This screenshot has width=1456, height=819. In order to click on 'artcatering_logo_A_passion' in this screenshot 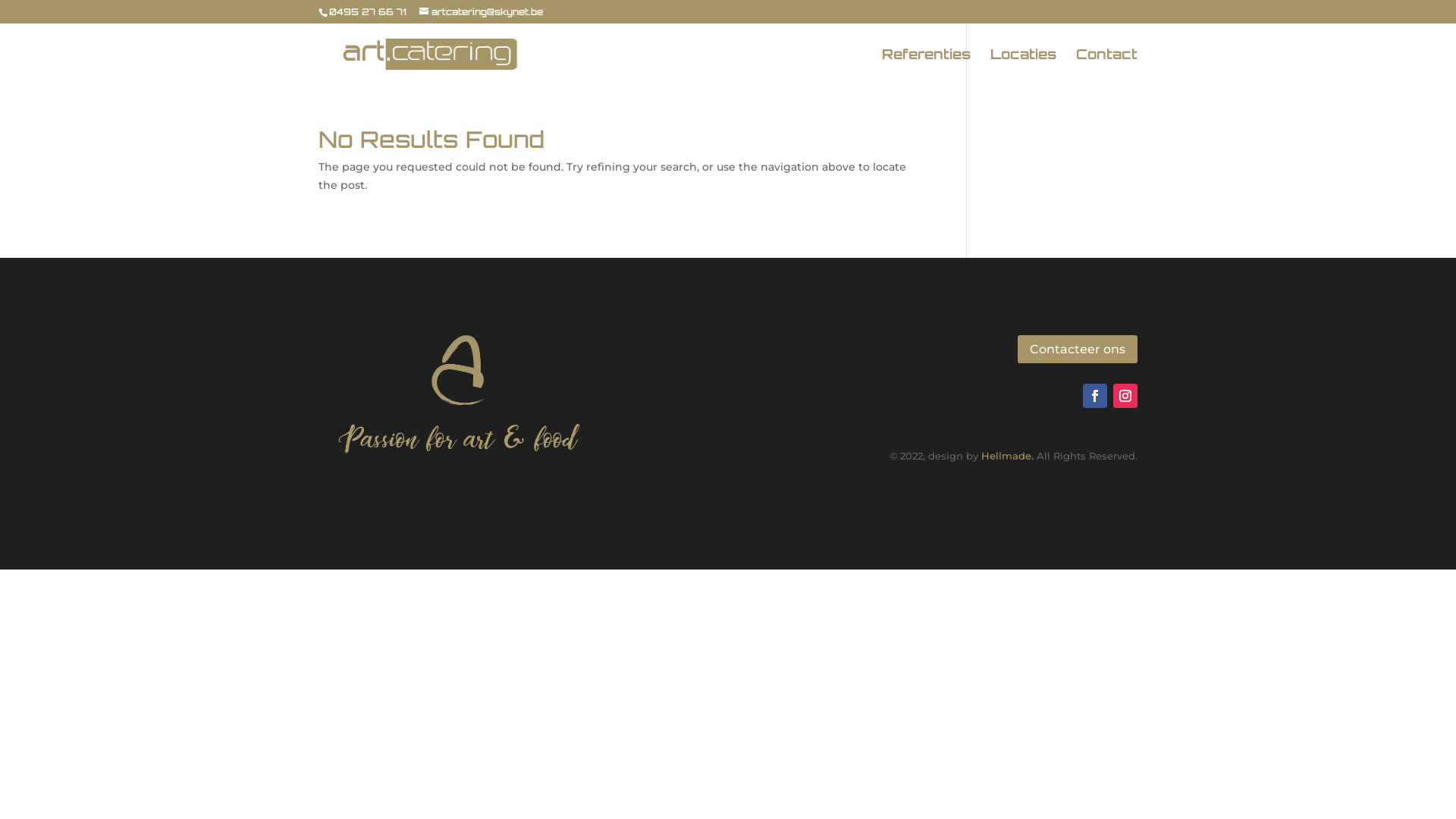, I will do `click(459, 391)`.